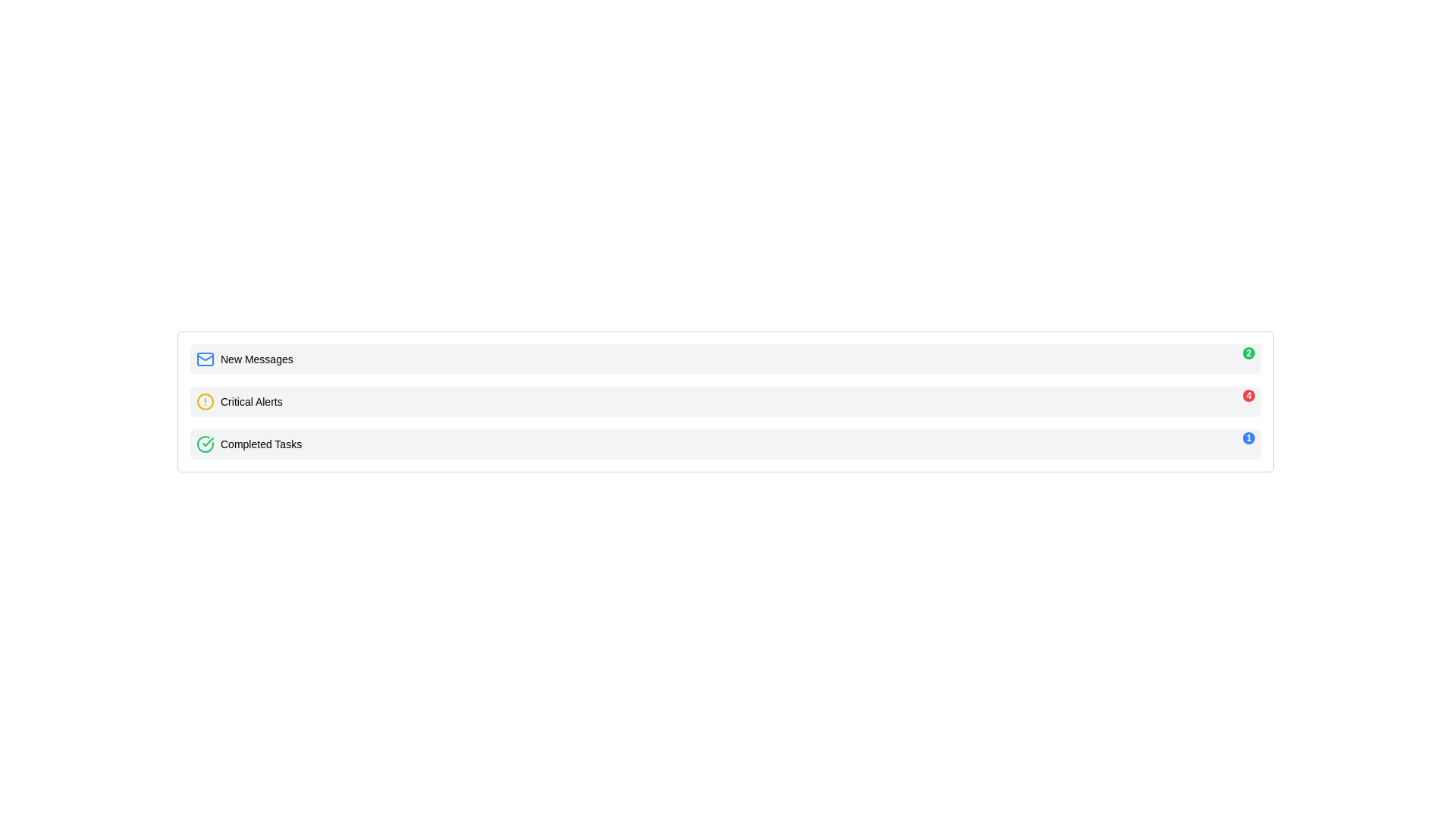 This screenshot has width=1456, height=819. I want to click on yellow circular alert icon located to the left of the 'Critical Alerts' text, so click(204, 400).